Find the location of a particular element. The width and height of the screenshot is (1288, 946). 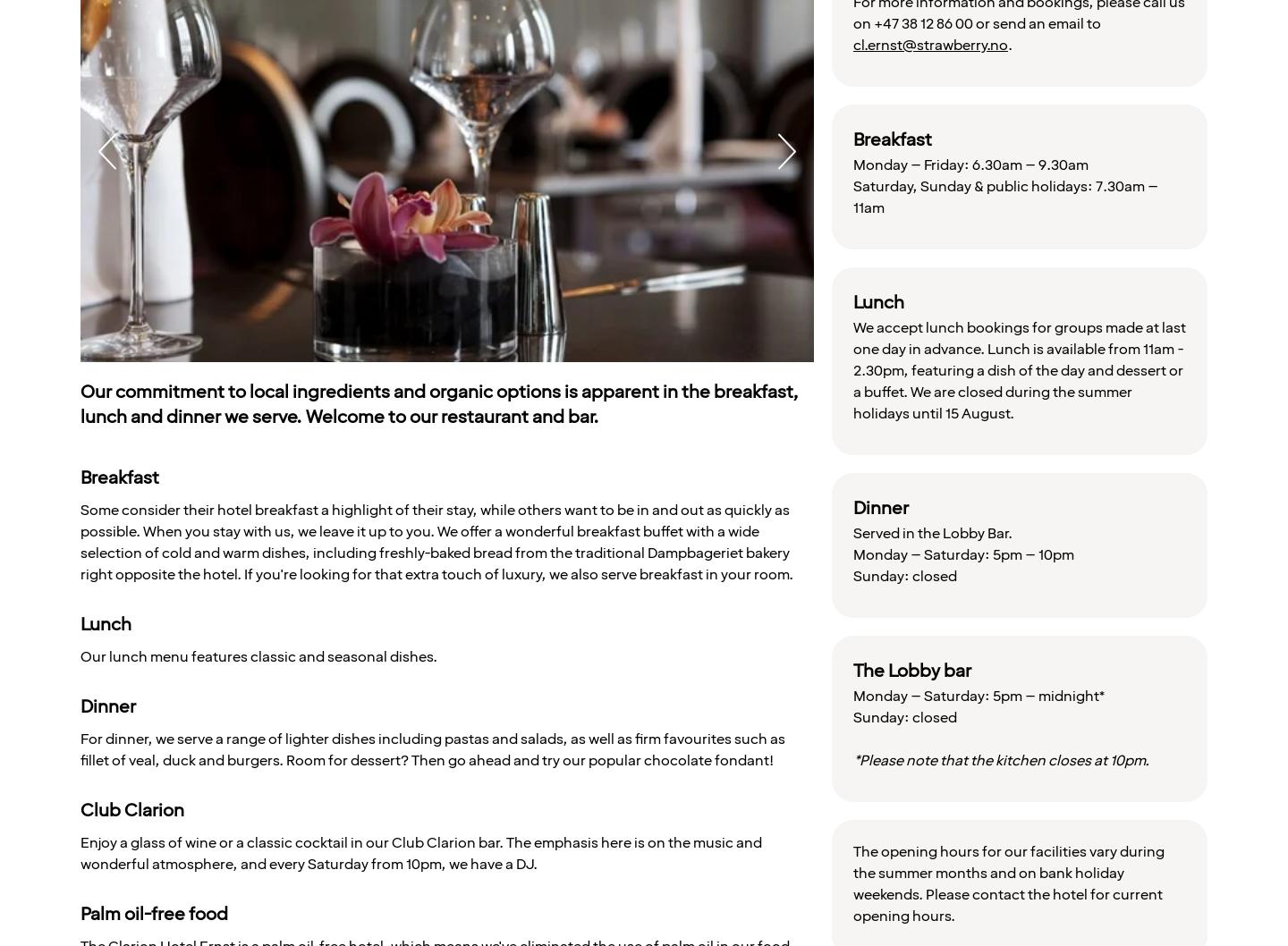

'The opening hours for our facilities vary during the summer months and on bank holiday weekends. Please contact the hotel for current opening hours.' is located at coordinates (1006, 882).